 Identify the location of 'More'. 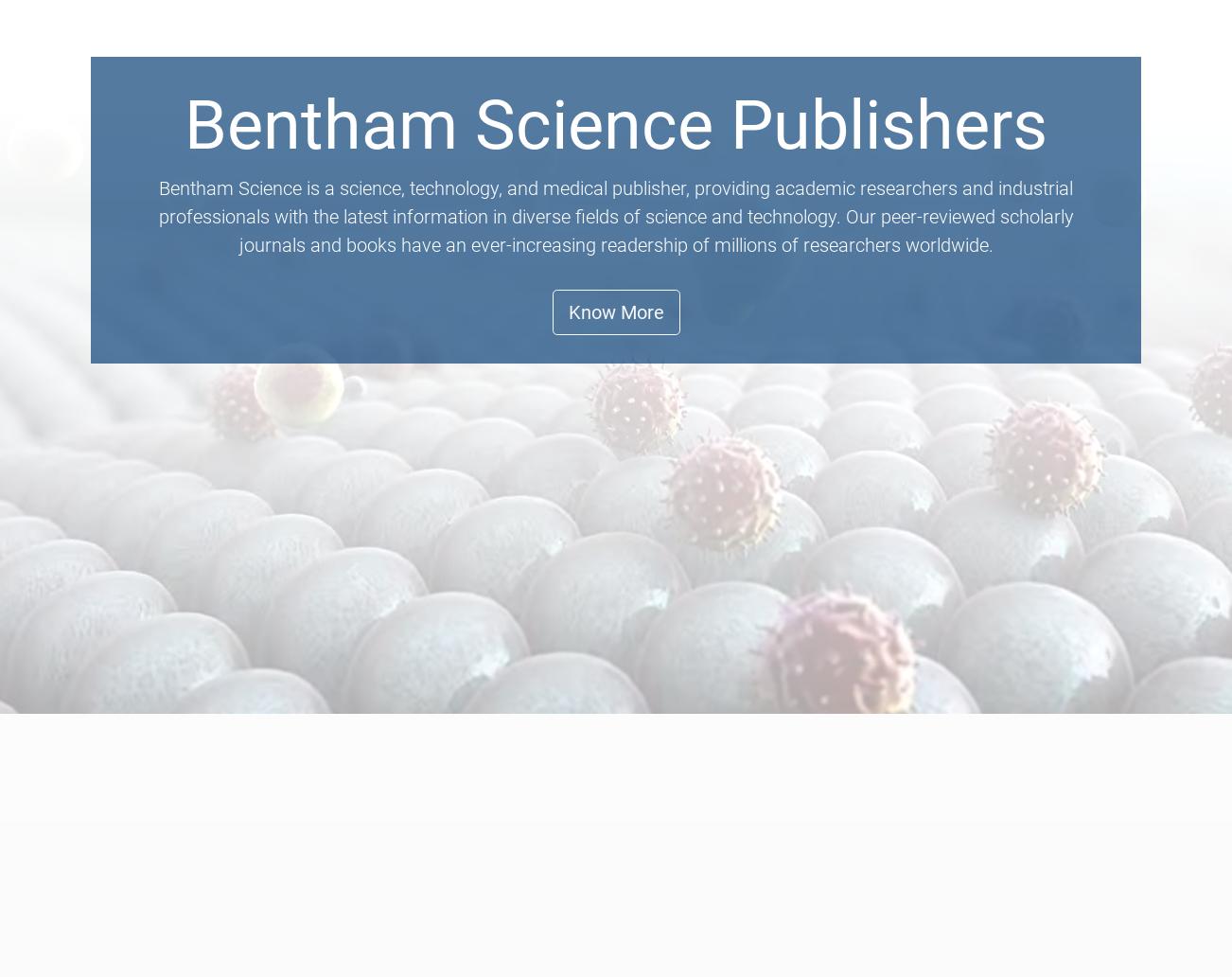
(1100, 83).